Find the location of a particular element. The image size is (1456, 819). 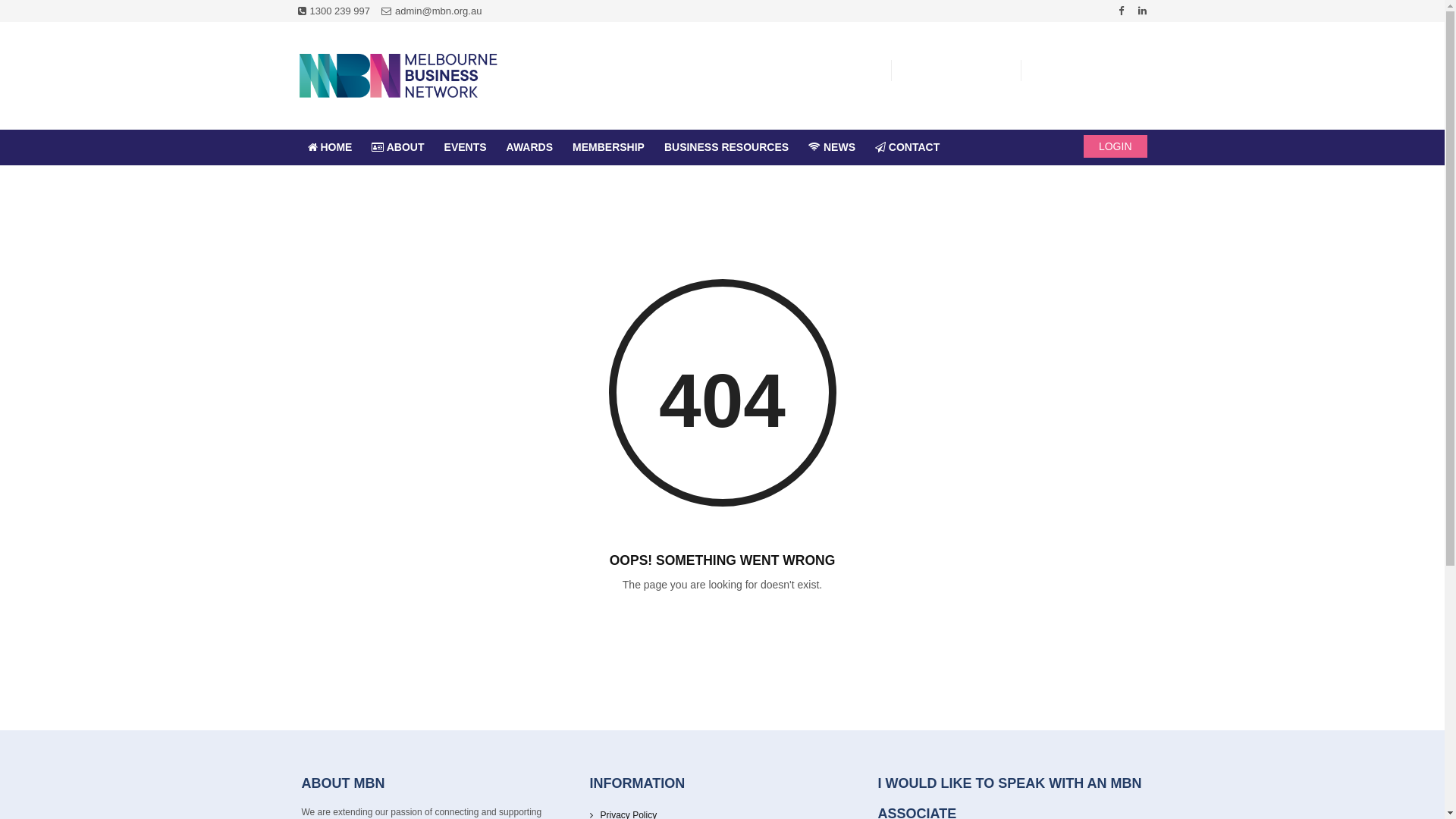

'LOGIN' is located at coordinates (1115, 146).